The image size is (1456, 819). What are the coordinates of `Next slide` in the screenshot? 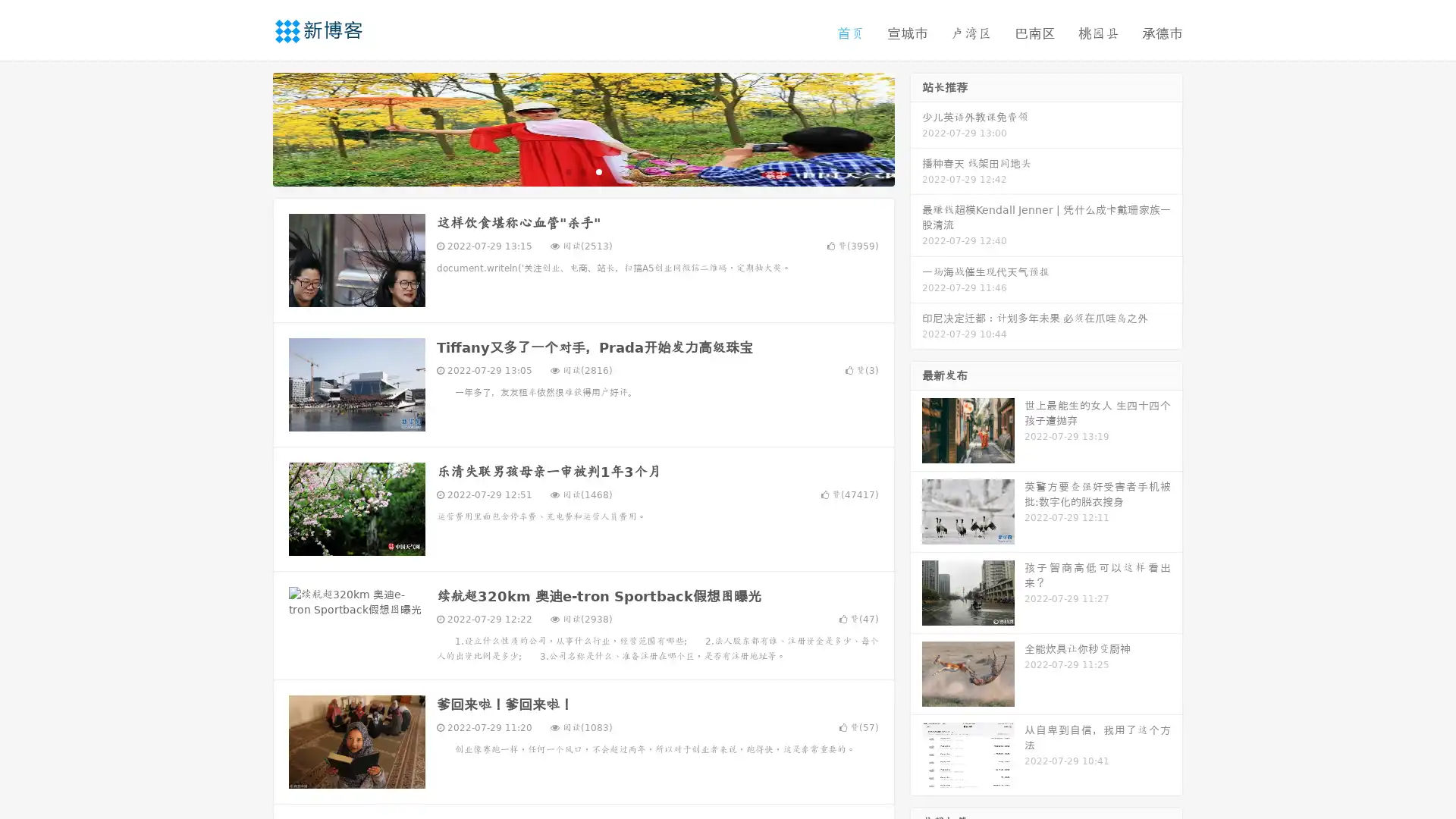 It's located at (916, 127).